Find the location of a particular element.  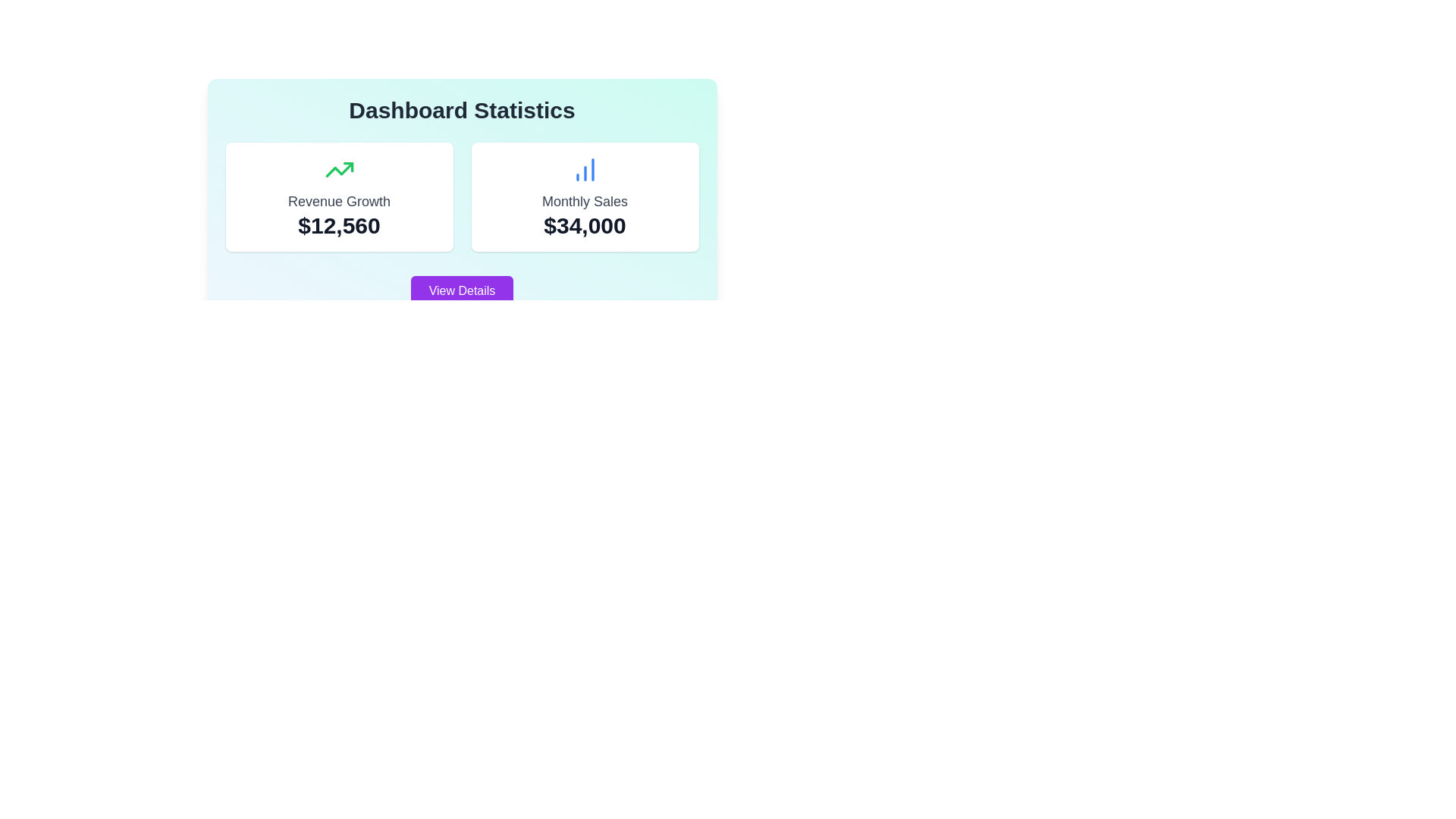

the Text display element that shows the revenue growth figure, located at the bottom of the 'Revenue Growth' card is located at coordinates (338, 225).